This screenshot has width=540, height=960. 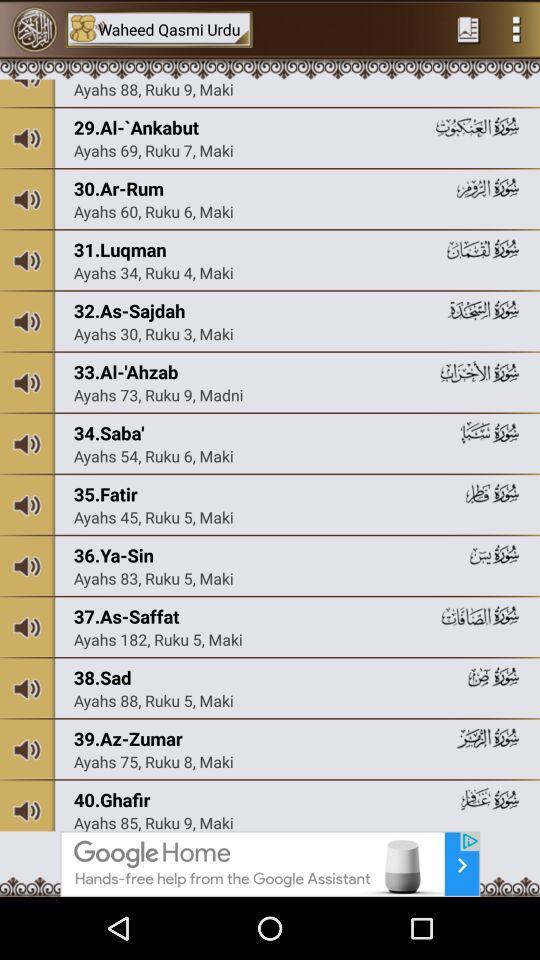 What do you see at coordinates (468, 28) in the screenshot?
I see `home page` at bounding box center [468, 28].